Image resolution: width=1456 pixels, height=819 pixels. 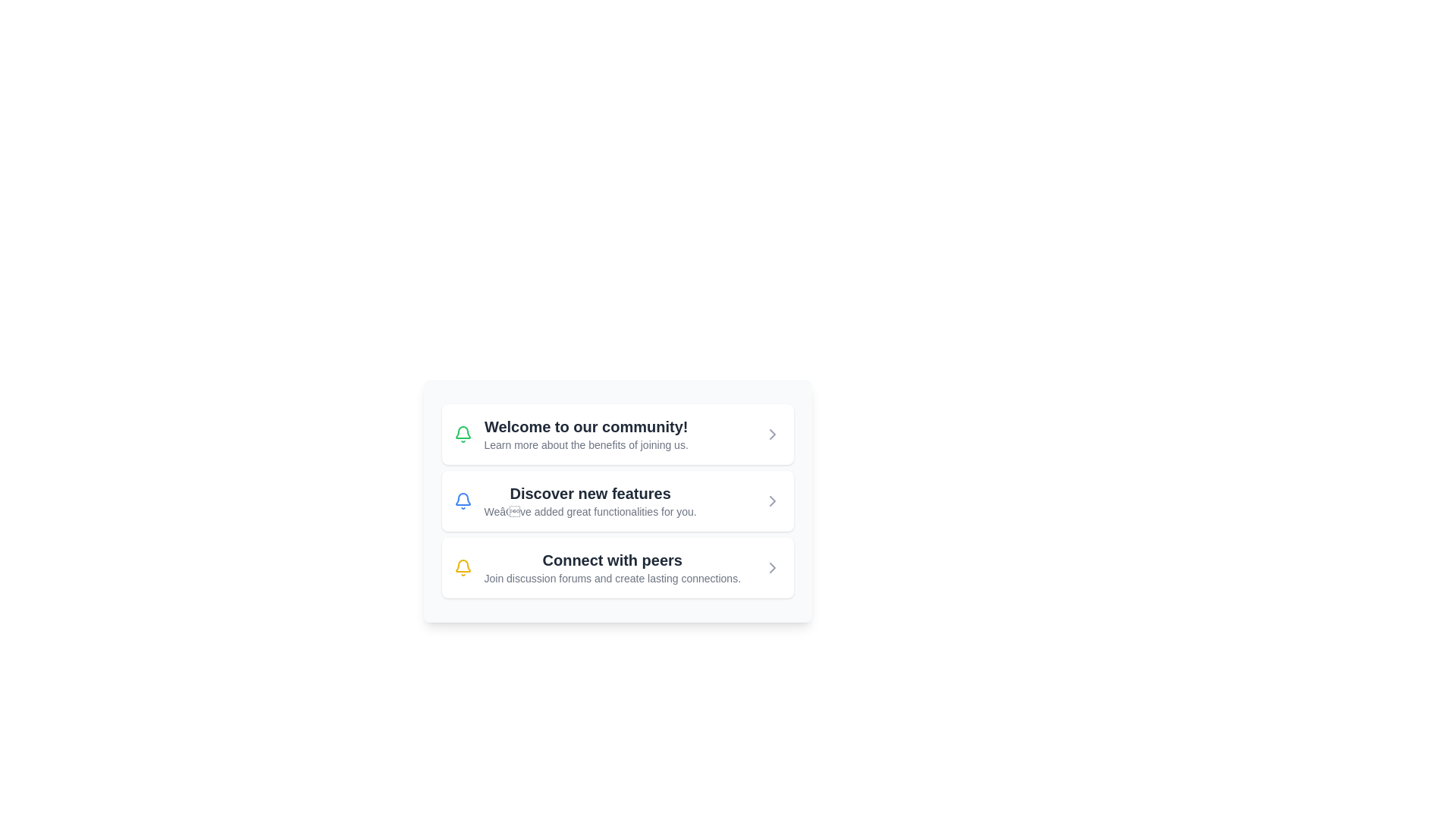 I want to click on the gray rightward-pointing arrow icon located to the right of the text 'Discover new features' in the second card-like section, so click(x=772, y=500).